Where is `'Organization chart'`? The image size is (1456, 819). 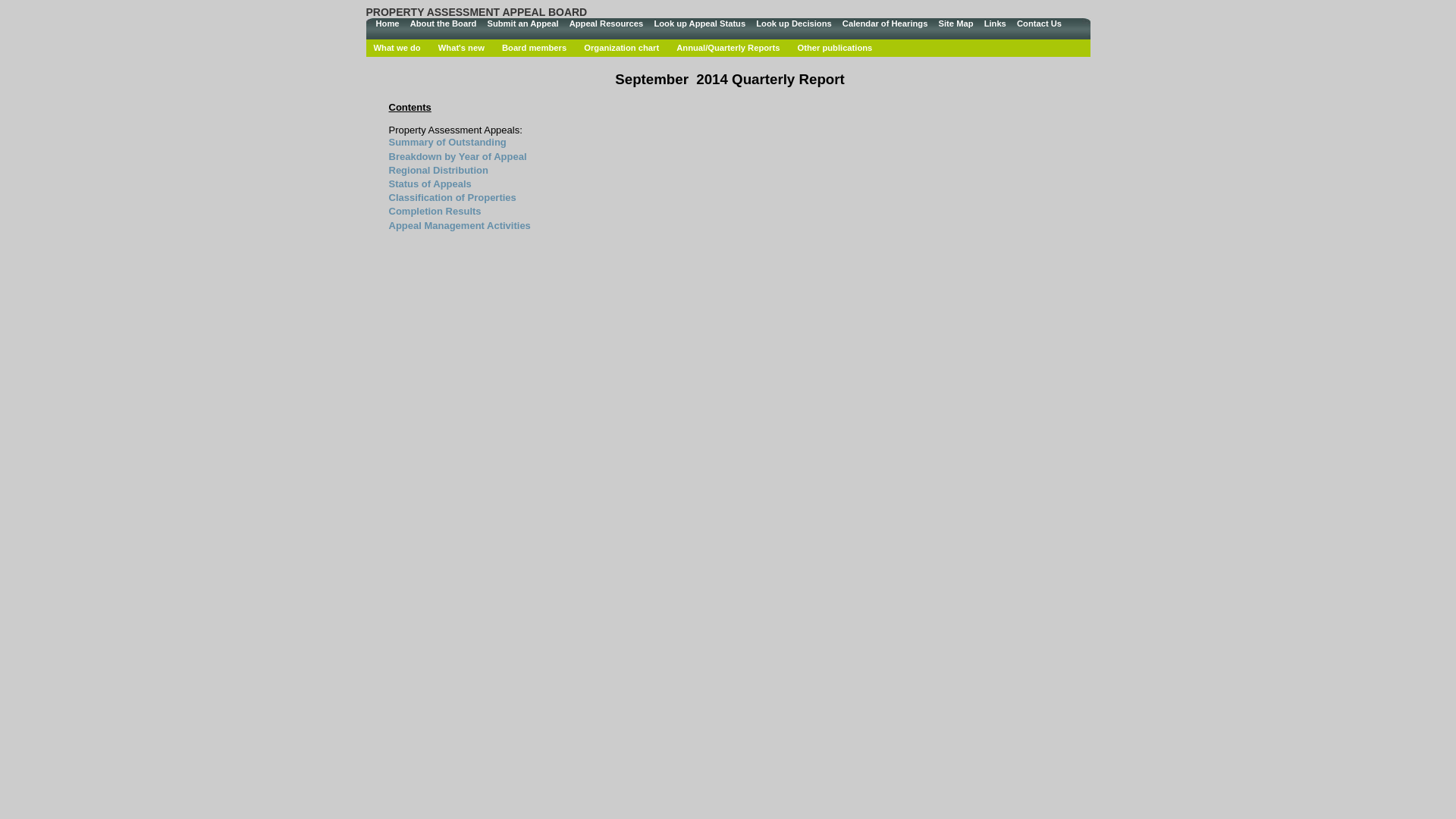
'Organization chart' is located at coordinates (621, 46).